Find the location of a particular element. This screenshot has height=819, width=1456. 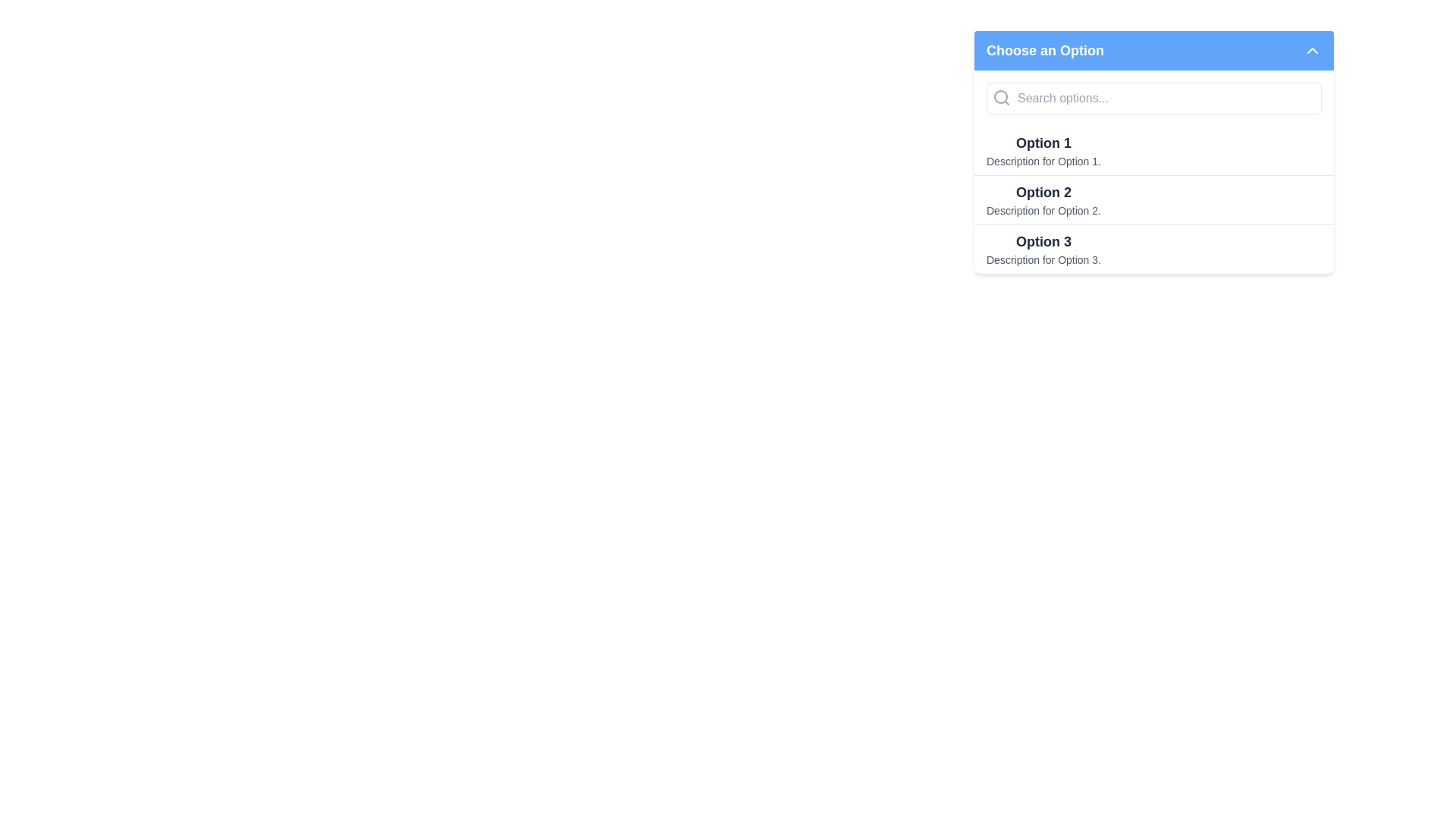

the small-sized light gray text 'Description for Option 1.' located inside the dropdown menu labeled 'Choose an Option', situated directly below 'Option 1' is located at coordinates (1043, 161).